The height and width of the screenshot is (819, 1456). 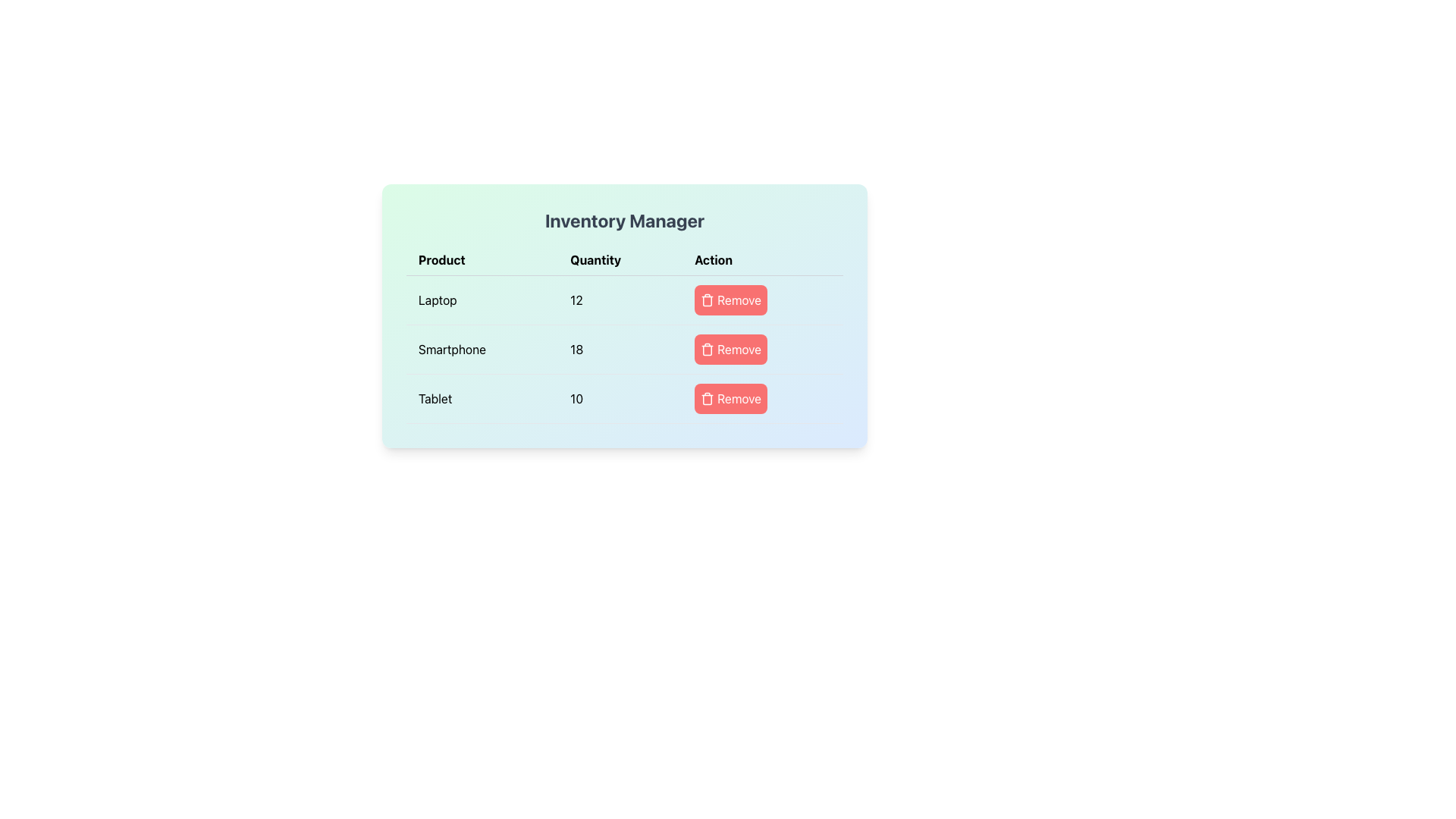 I want to click on the second row in the inventory list table, so click(x=625, y=350).